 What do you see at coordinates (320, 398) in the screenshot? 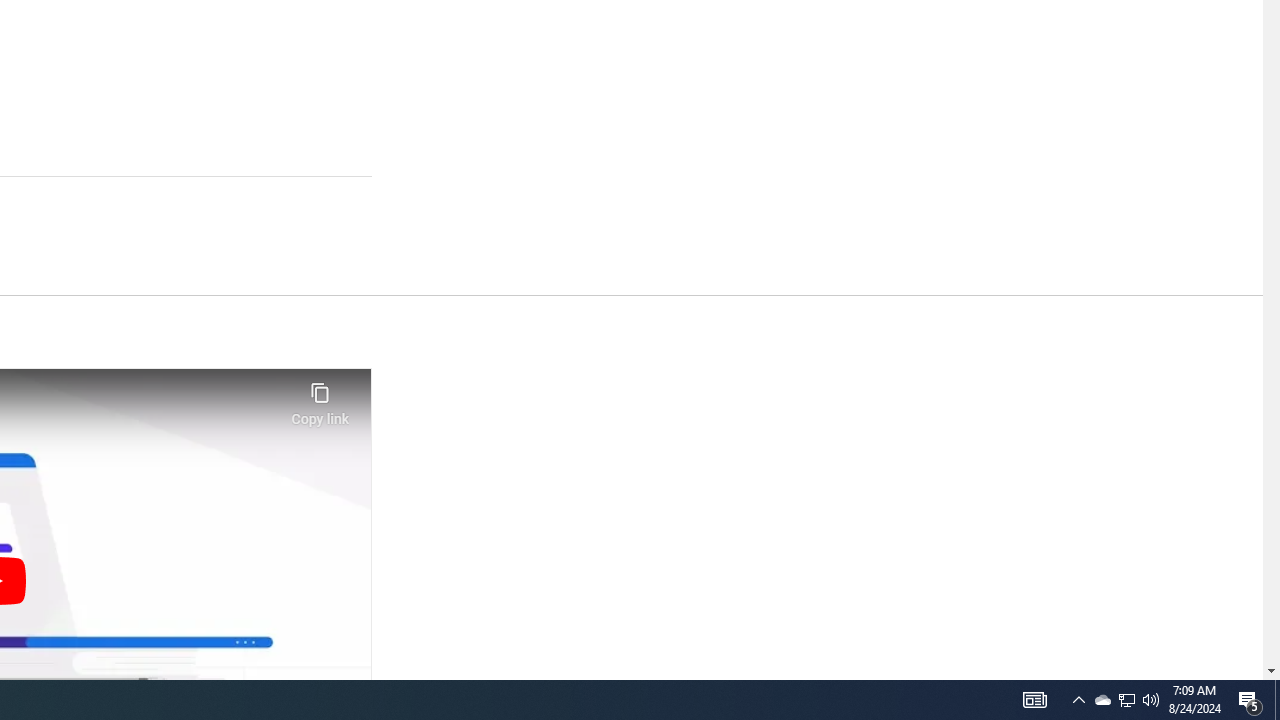
I see `'Copy link'` at bounding box center [320, 398].